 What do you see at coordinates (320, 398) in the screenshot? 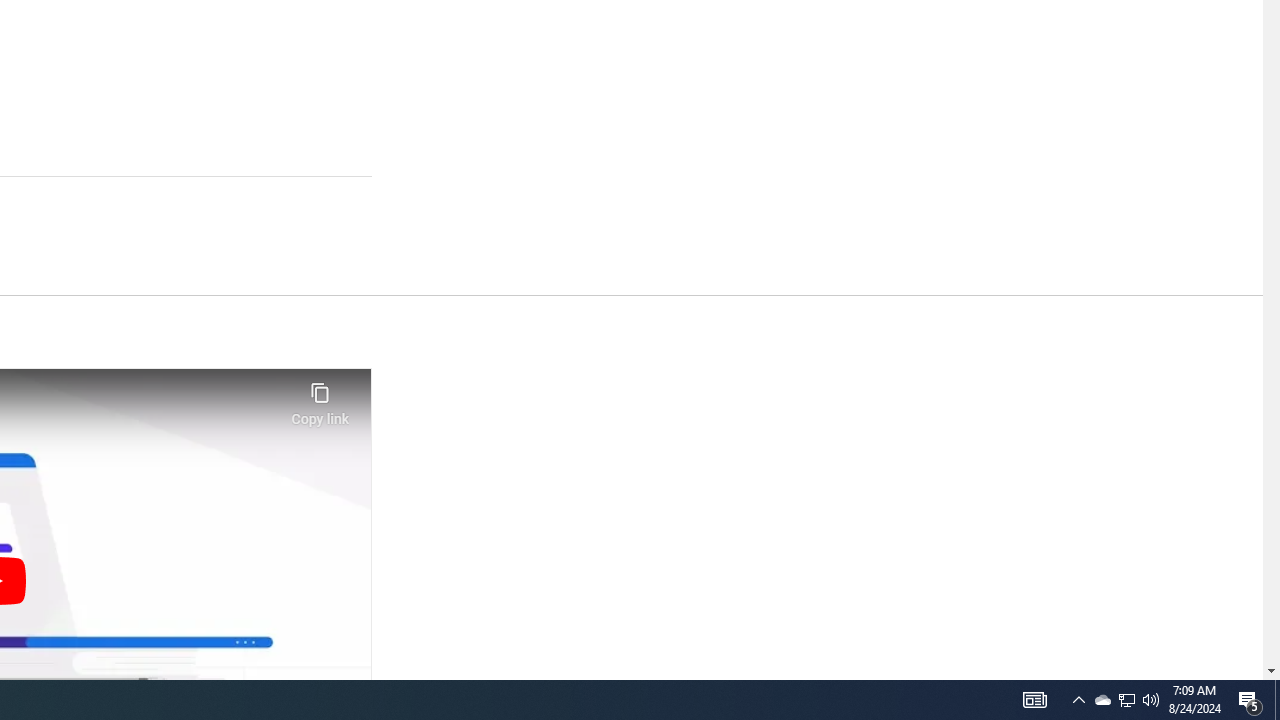
I see `'Copy link'` at bounding box center [320, 398].